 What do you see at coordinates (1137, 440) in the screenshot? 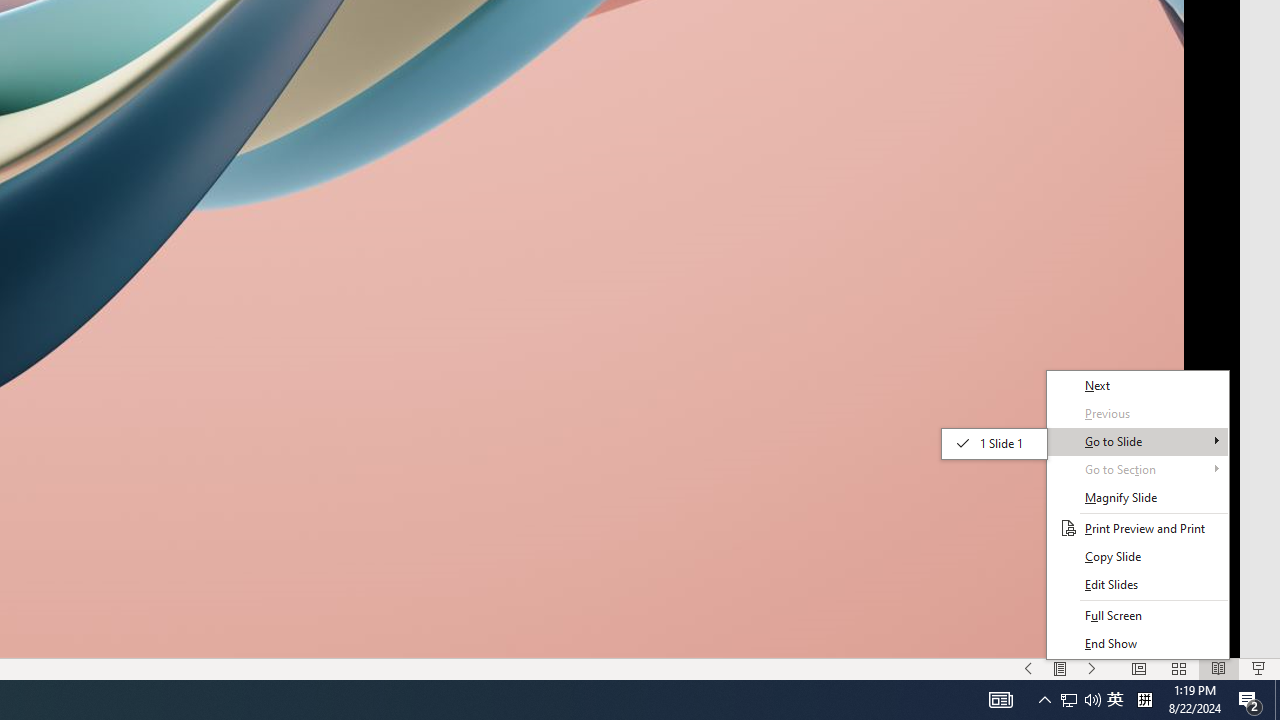
I see `'Go to Slide'` at bounding box center [1137, 440].